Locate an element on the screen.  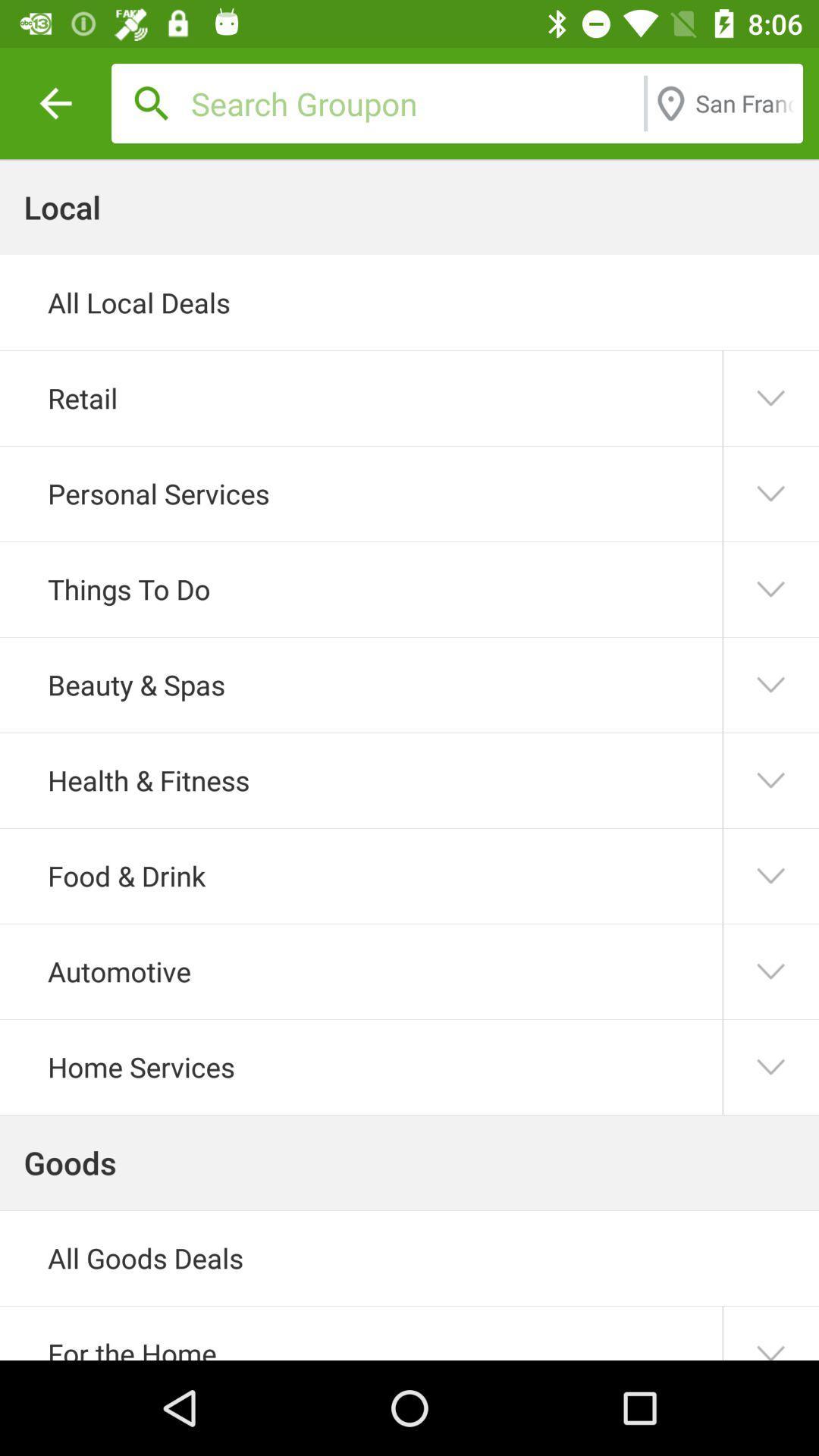
search groupon is located at coordinates (413, 102).